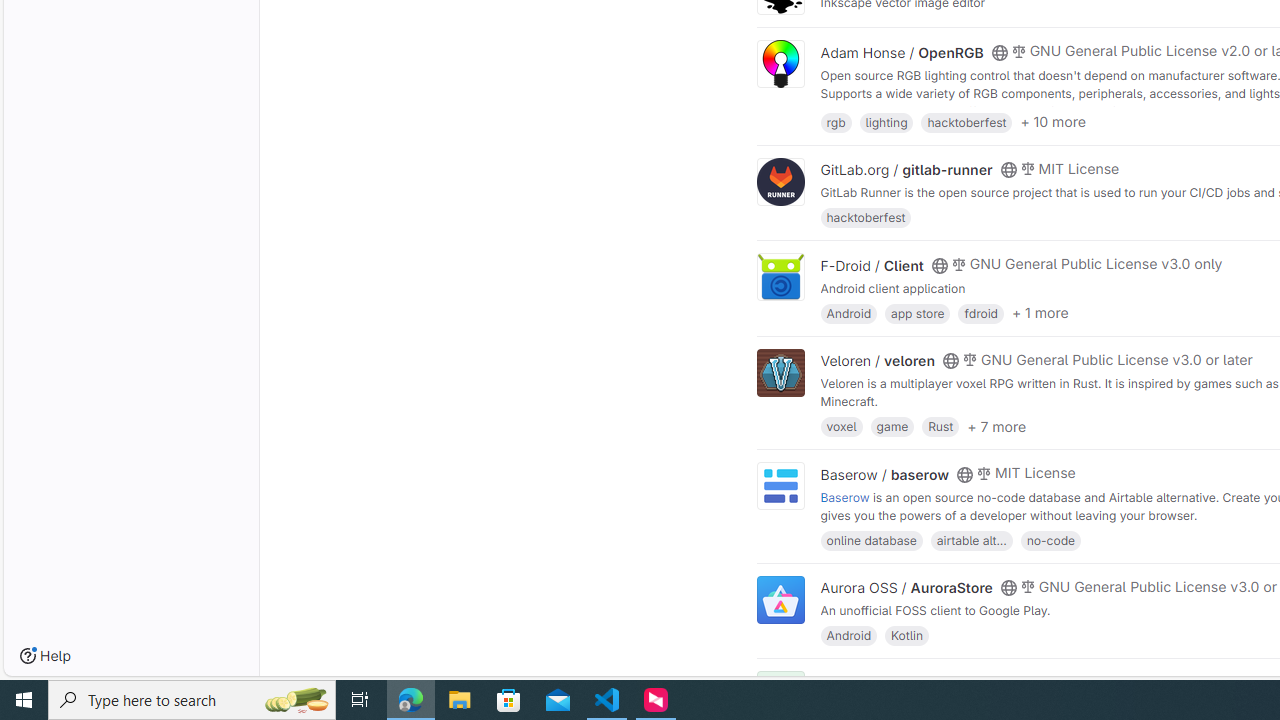  What do you see at coordinates (871, 538) in the screenshot?
I see `'online database'` at bounding box center [871, 538].